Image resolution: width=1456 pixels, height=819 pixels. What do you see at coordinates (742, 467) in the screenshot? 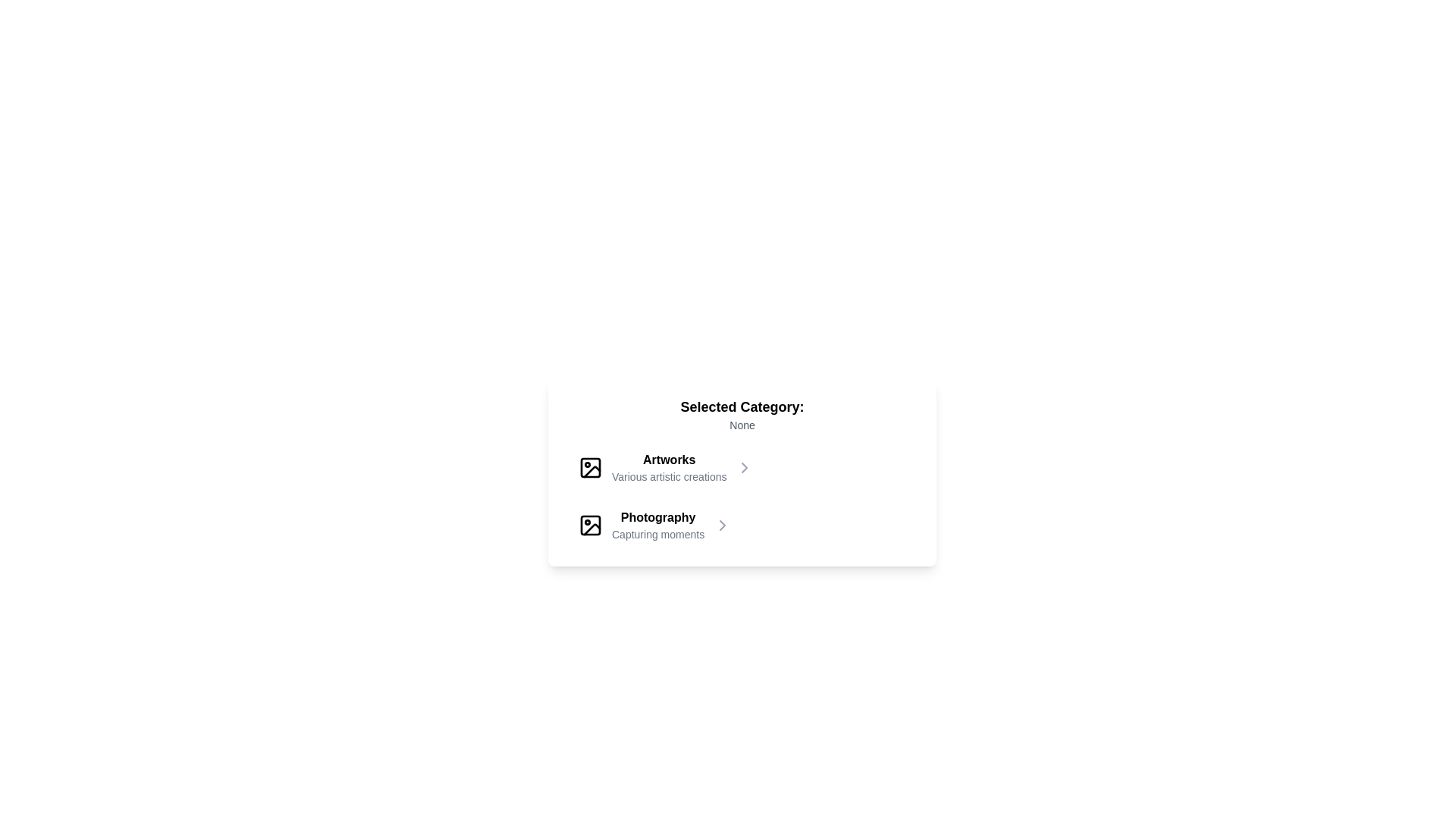
I see `the first menu option in the list labeled 'Artworks'` at bounding box center [742, 467].